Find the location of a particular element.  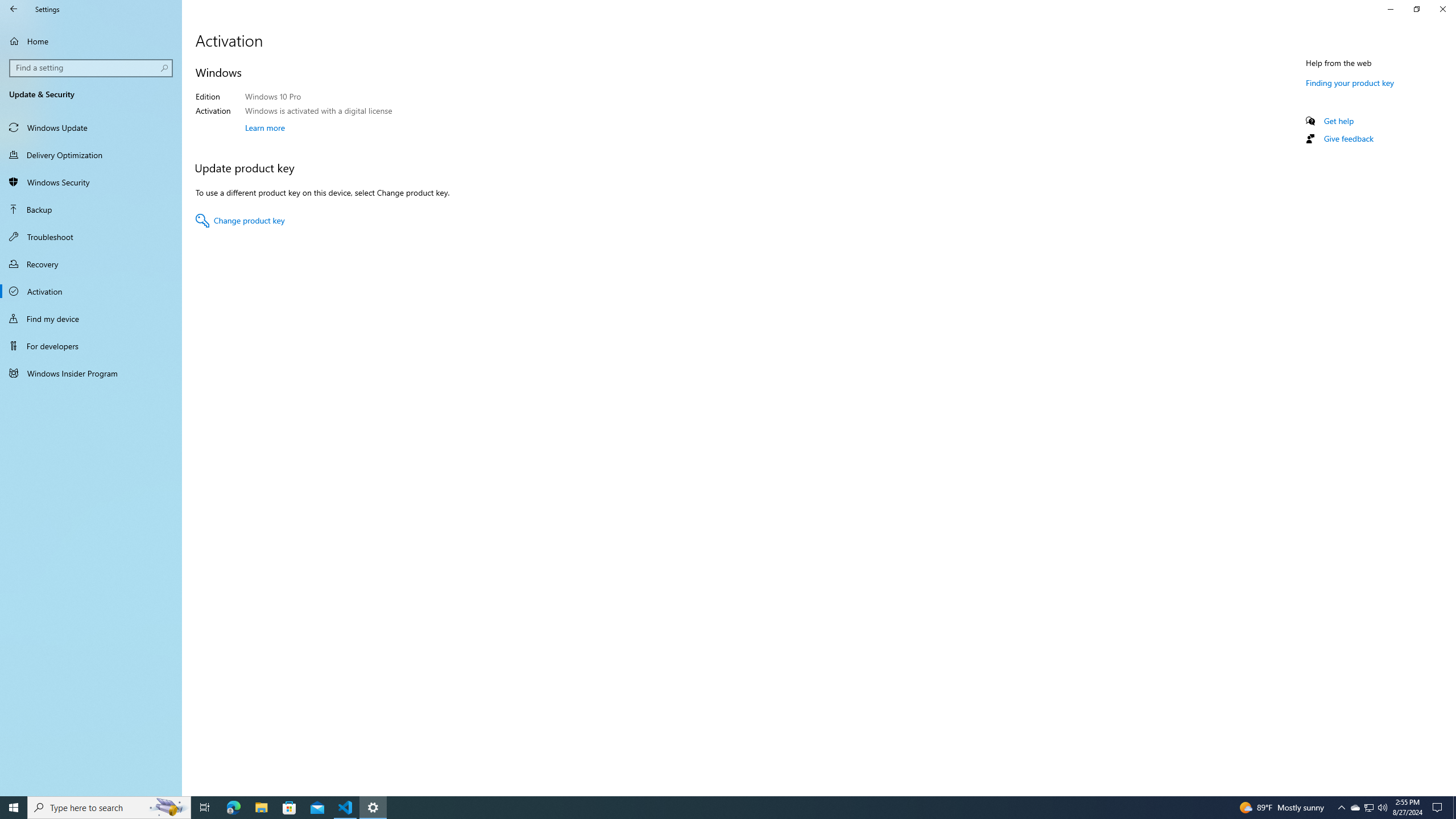

'Get help' is located at coordinates (1338, 120).